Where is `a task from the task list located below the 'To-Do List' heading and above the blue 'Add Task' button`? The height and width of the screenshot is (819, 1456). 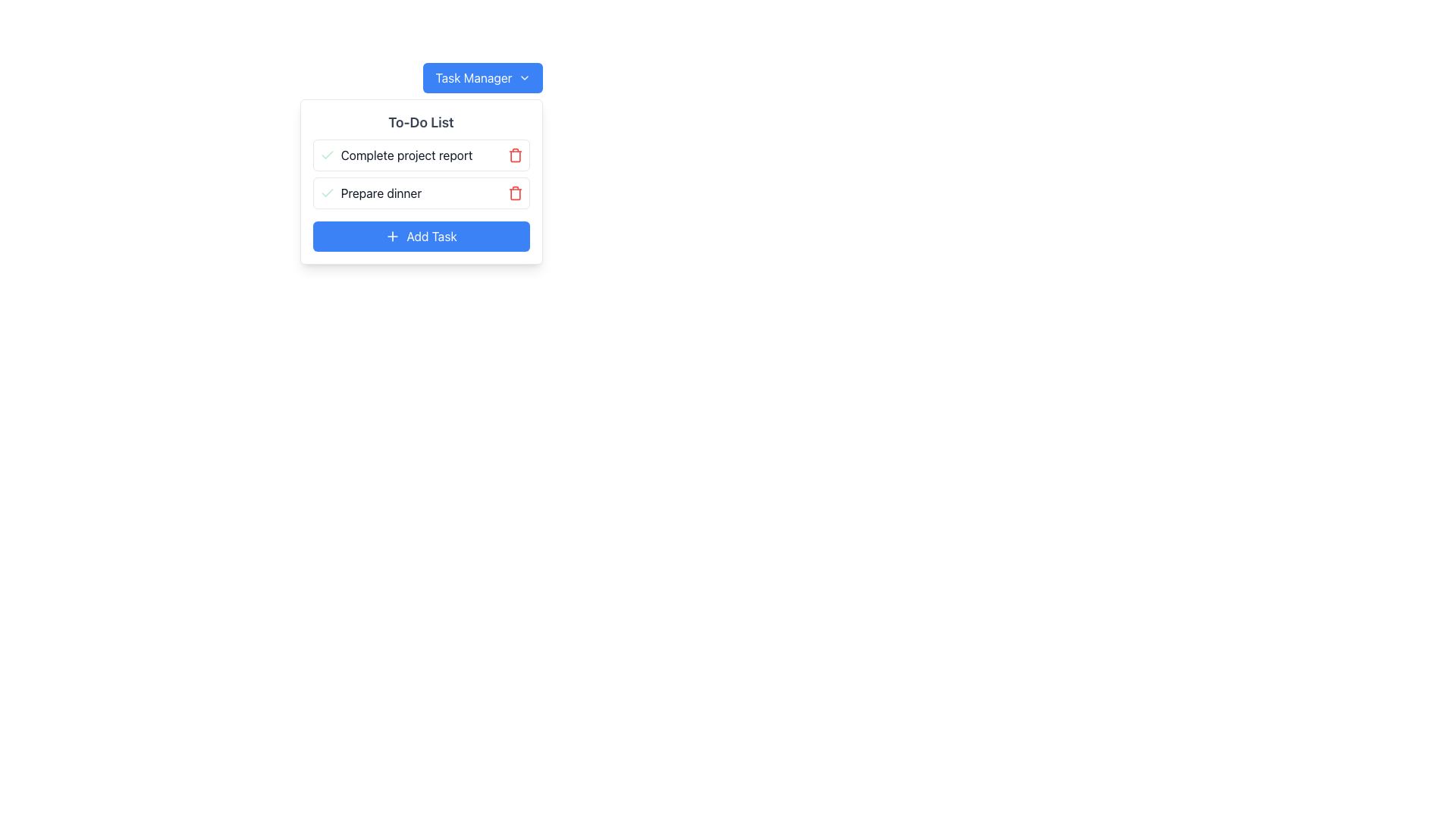
a task from the task list located below the 'To-Do List' heading and above the blue 'Add Task' button is located at coordinates (421, 174).